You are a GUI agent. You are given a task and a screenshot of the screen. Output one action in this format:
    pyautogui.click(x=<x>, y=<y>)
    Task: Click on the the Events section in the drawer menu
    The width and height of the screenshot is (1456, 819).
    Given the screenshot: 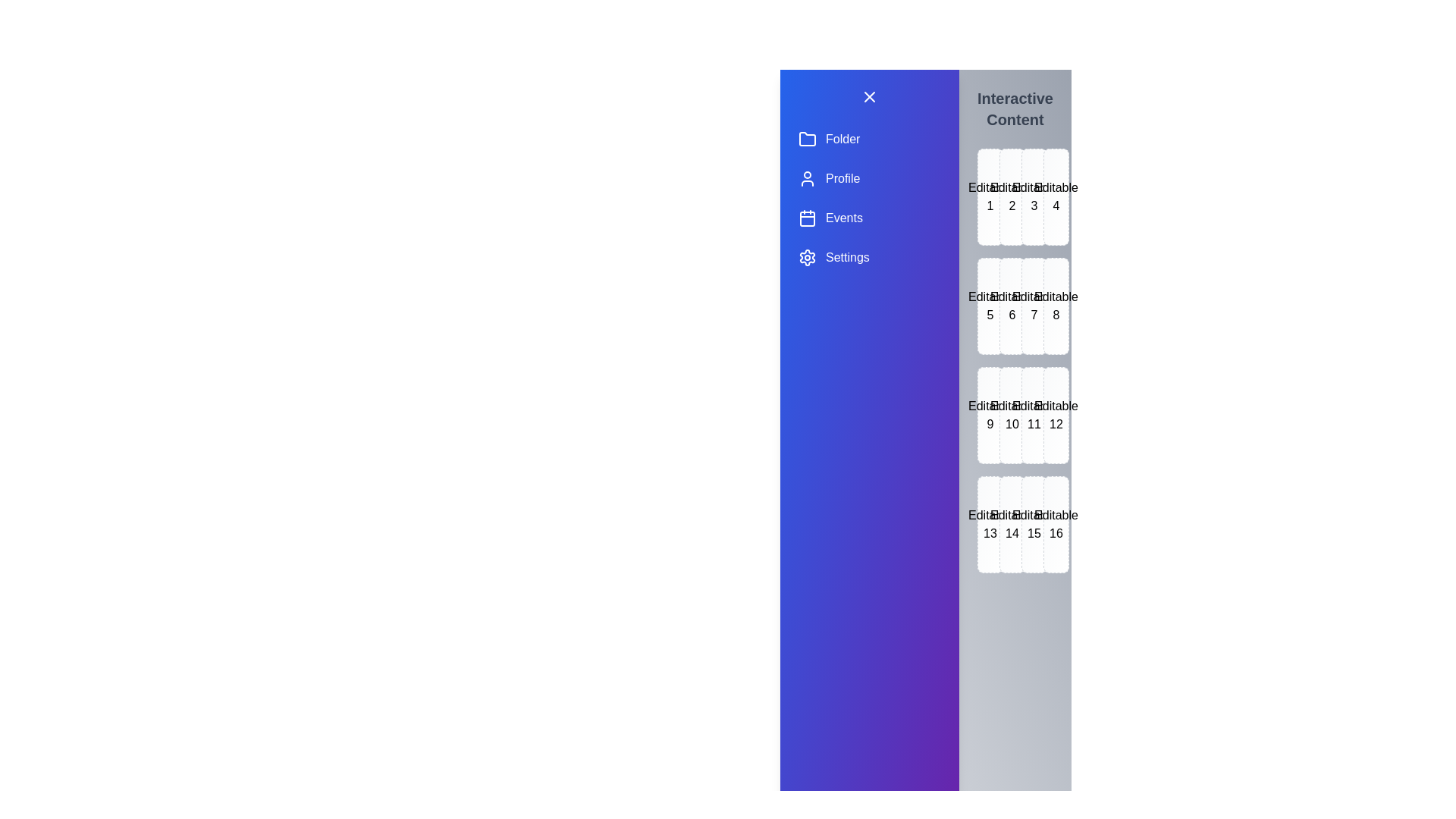 What is the action you would take?
    pyautogui.click(x=870, y=218)
    